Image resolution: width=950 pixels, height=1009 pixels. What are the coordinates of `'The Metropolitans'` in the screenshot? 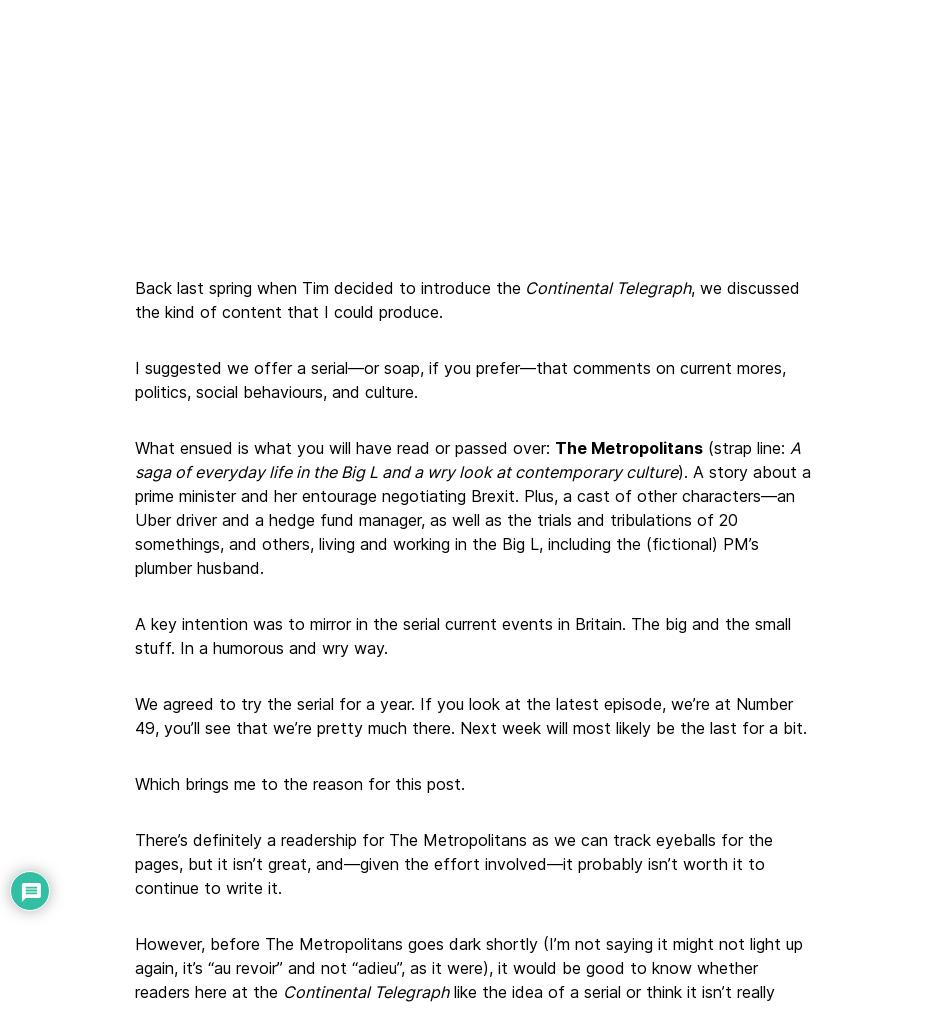 It's located at (628, 445).